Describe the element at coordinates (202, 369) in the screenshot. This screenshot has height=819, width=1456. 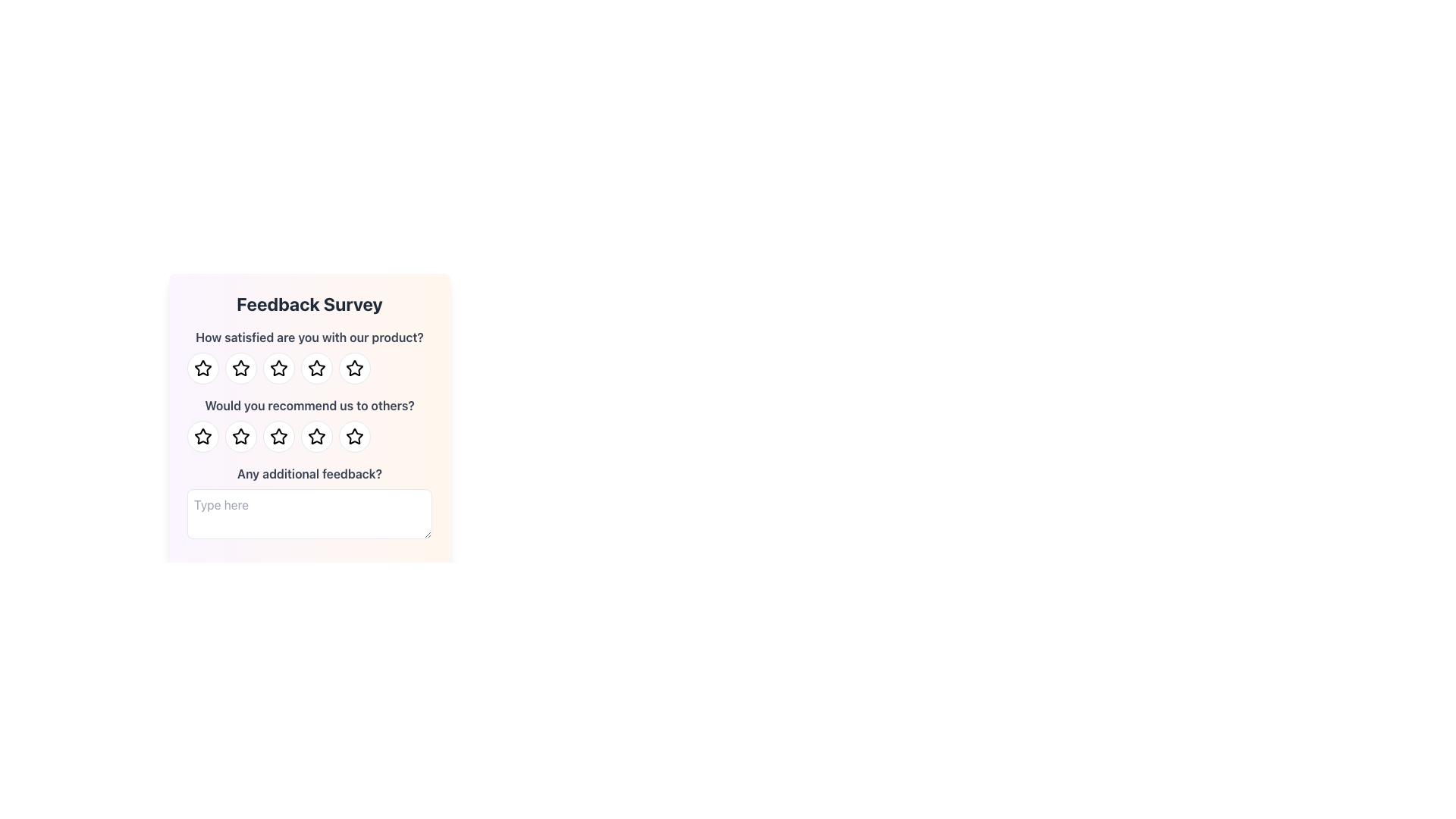
I see `the first star icon in the five-star rating row under the 'How satisfied are you with our product?' section` at that location.